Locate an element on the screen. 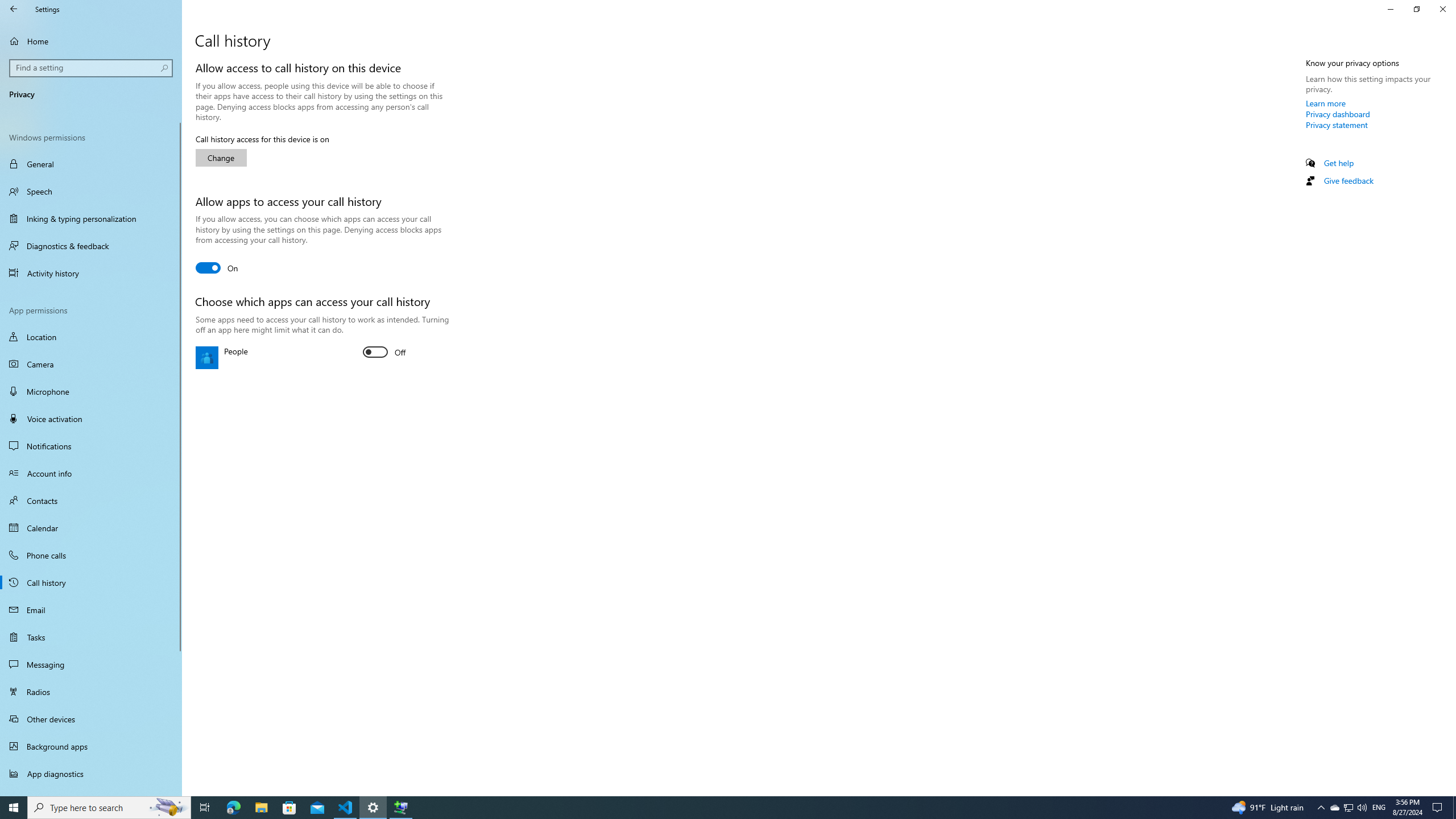  'Notifications' is located at coordinates (90, 446).